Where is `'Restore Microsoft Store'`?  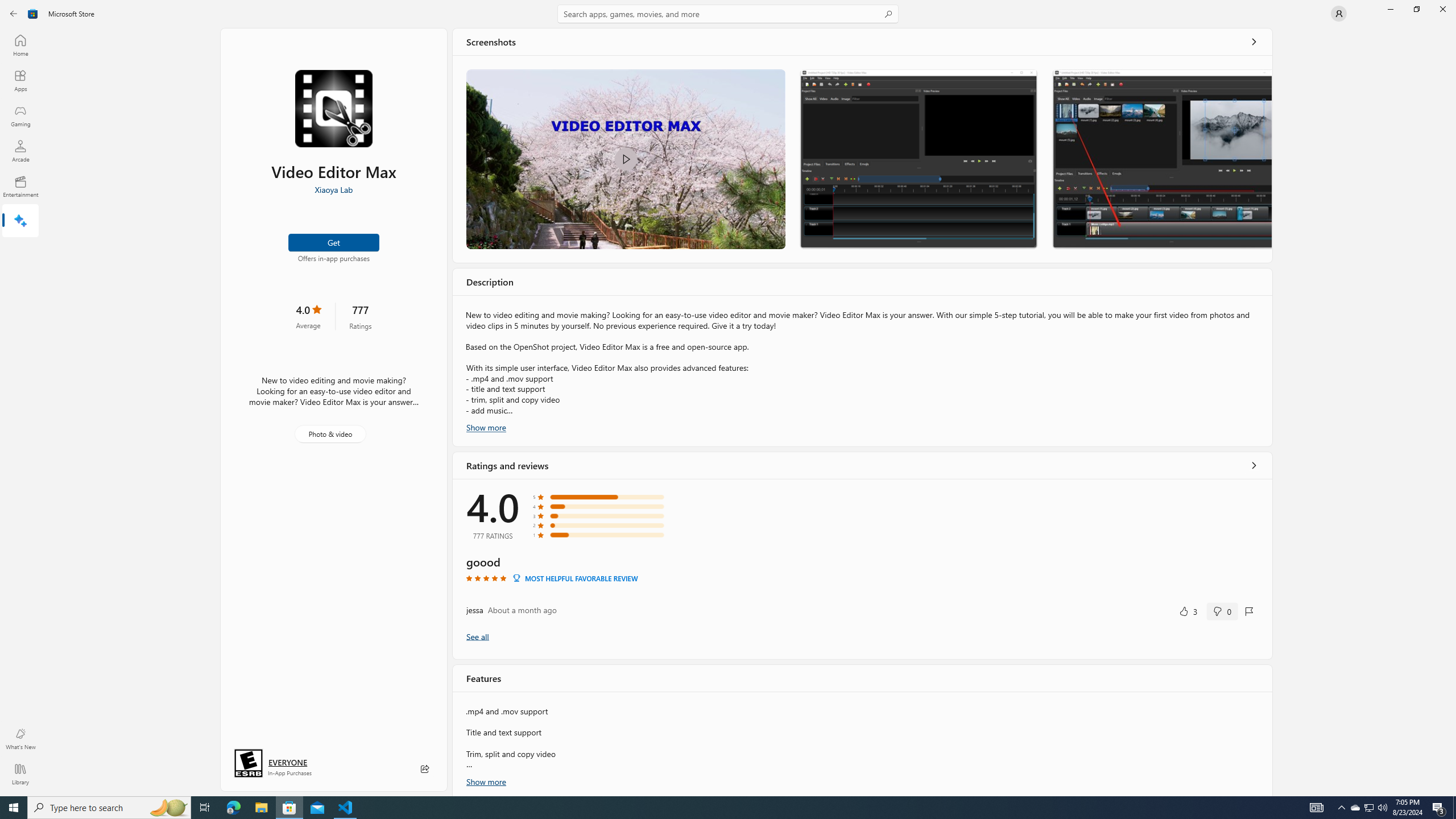 'Restore Microsoft Store' is located at coordinates (1416, 9).